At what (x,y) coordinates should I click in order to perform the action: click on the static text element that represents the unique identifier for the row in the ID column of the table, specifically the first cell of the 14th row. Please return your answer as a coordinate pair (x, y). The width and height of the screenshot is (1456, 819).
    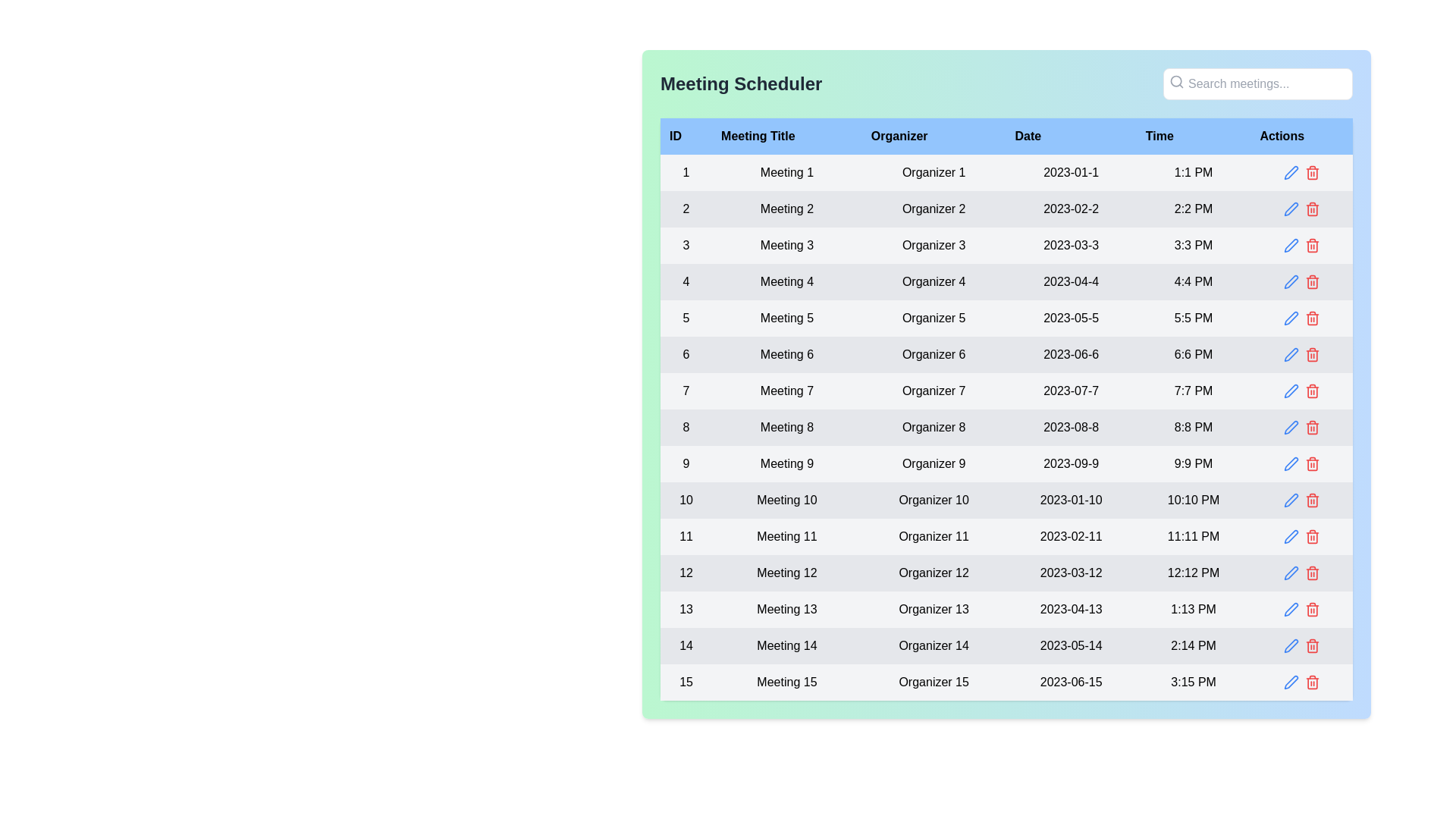
    Looking at the image, I should click on (686, 646).